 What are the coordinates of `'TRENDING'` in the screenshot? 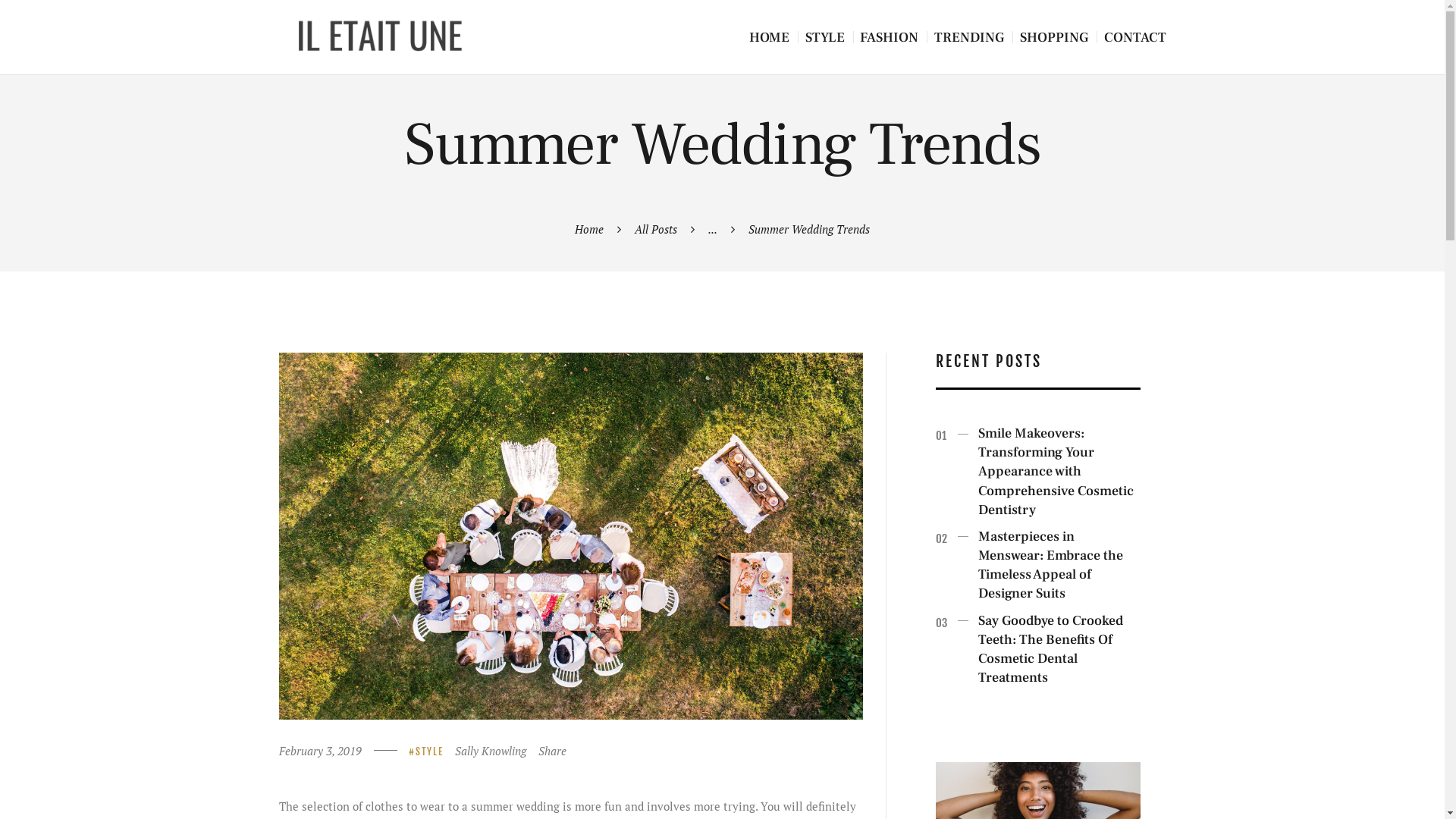 It's located at (968, 36).